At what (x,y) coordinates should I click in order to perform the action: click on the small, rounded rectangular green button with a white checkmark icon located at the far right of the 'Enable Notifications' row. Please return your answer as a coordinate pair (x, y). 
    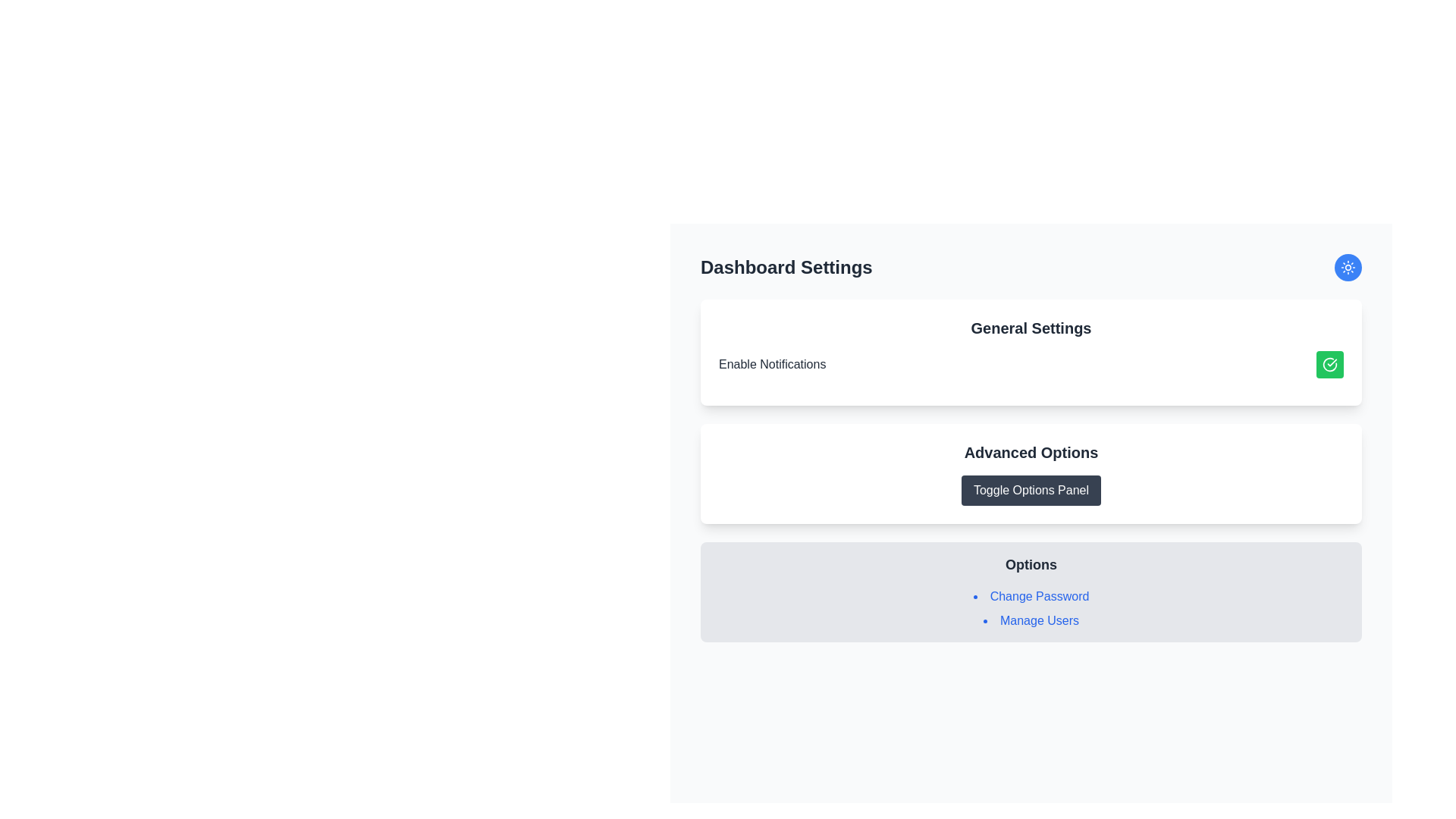
    Looking at the image, I should click on (1329, 365).